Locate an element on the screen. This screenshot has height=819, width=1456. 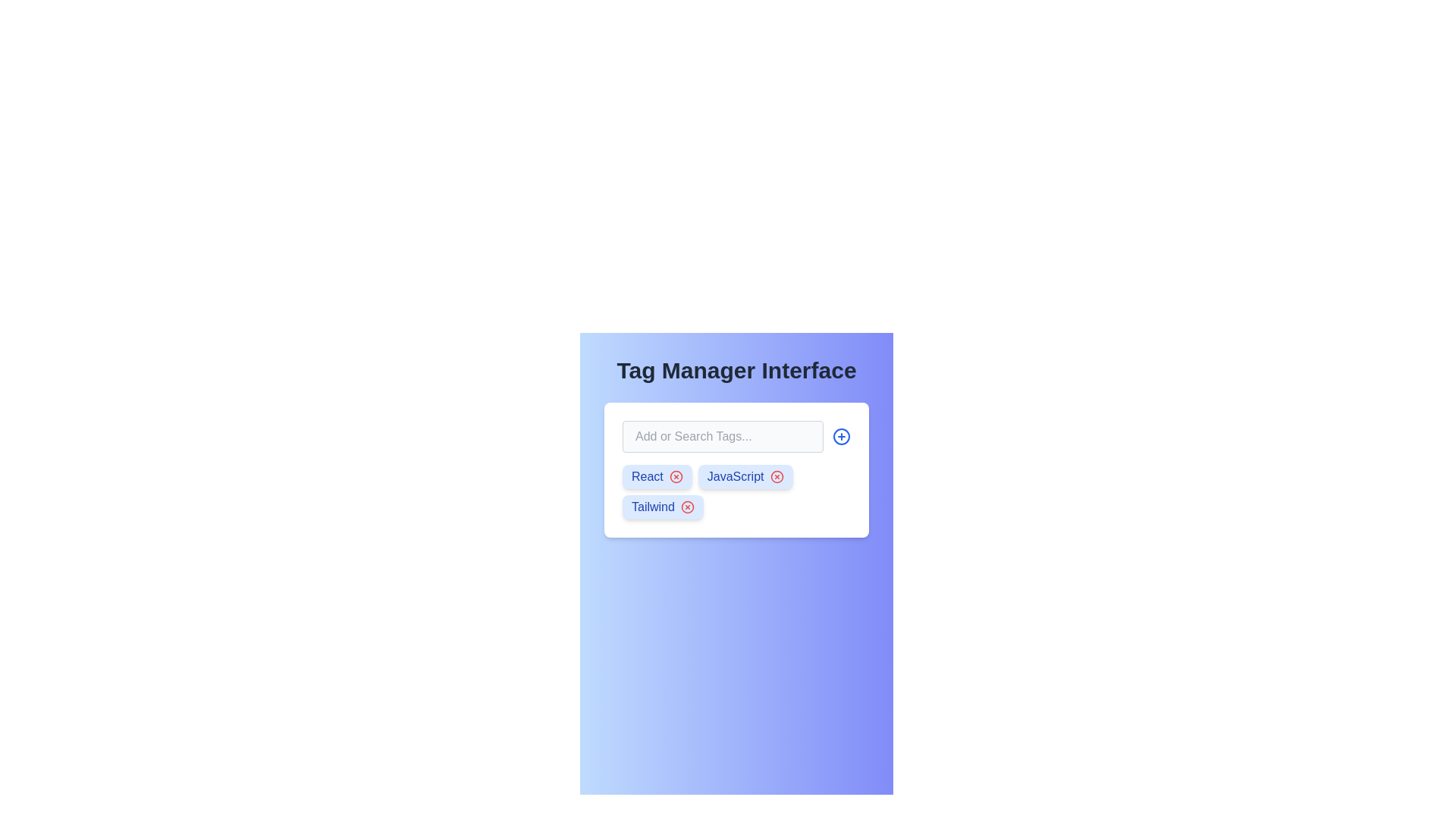
the 'React' tag element which has a red icon for removal, positioned at the top-left of the tag group is located at coordinates (657, 475).